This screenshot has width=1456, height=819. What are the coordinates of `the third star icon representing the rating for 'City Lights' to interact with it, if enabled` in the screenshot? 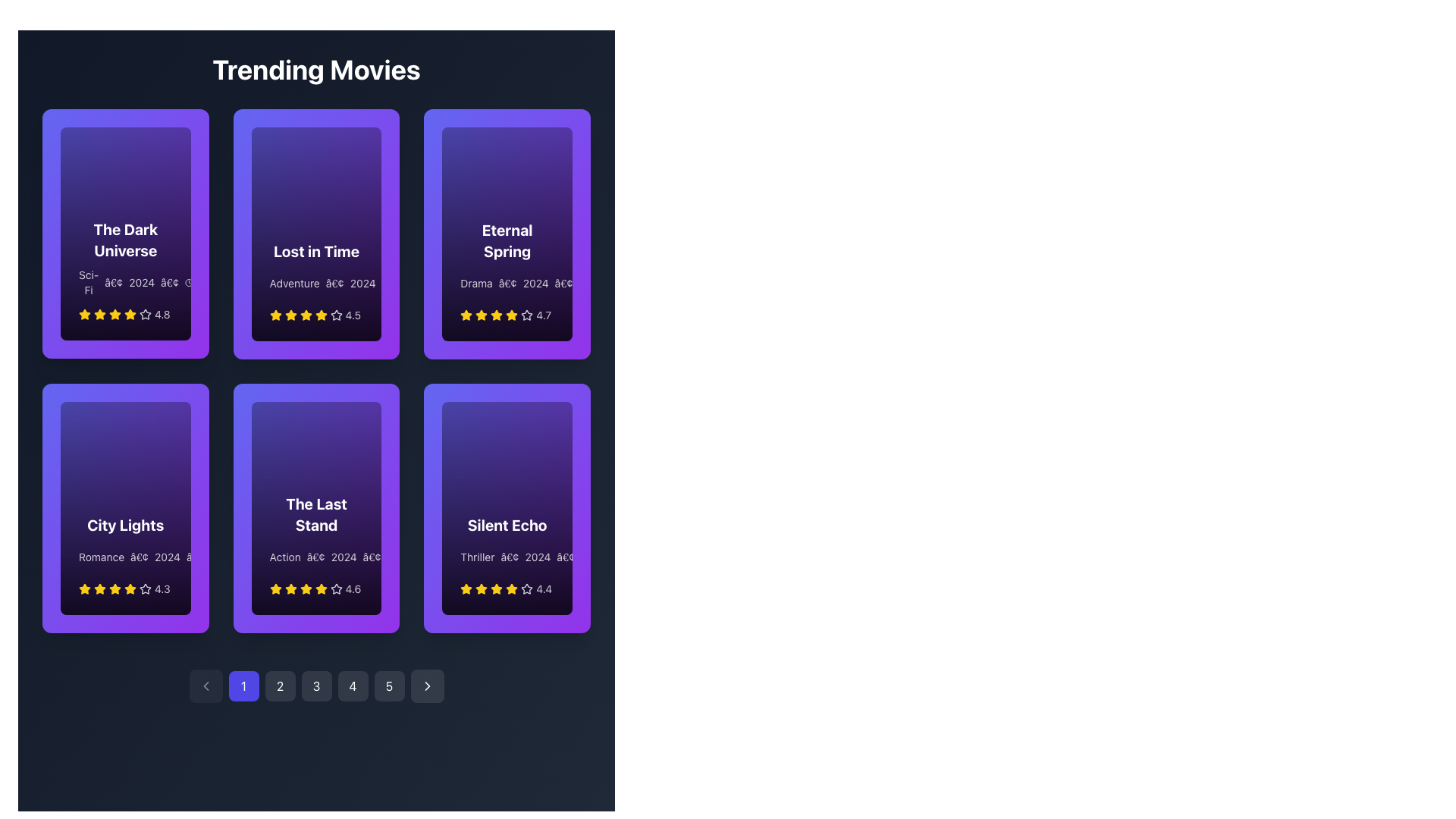 It's located at (99, 587).